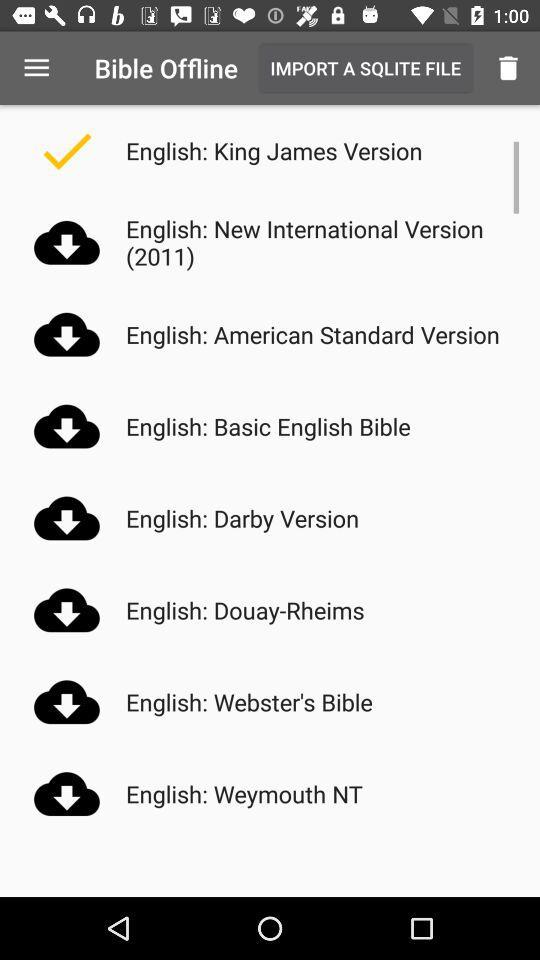  Describe the element at coordinates (364, 68) in the screenshot. I see `icon next to bible offline` at that location.